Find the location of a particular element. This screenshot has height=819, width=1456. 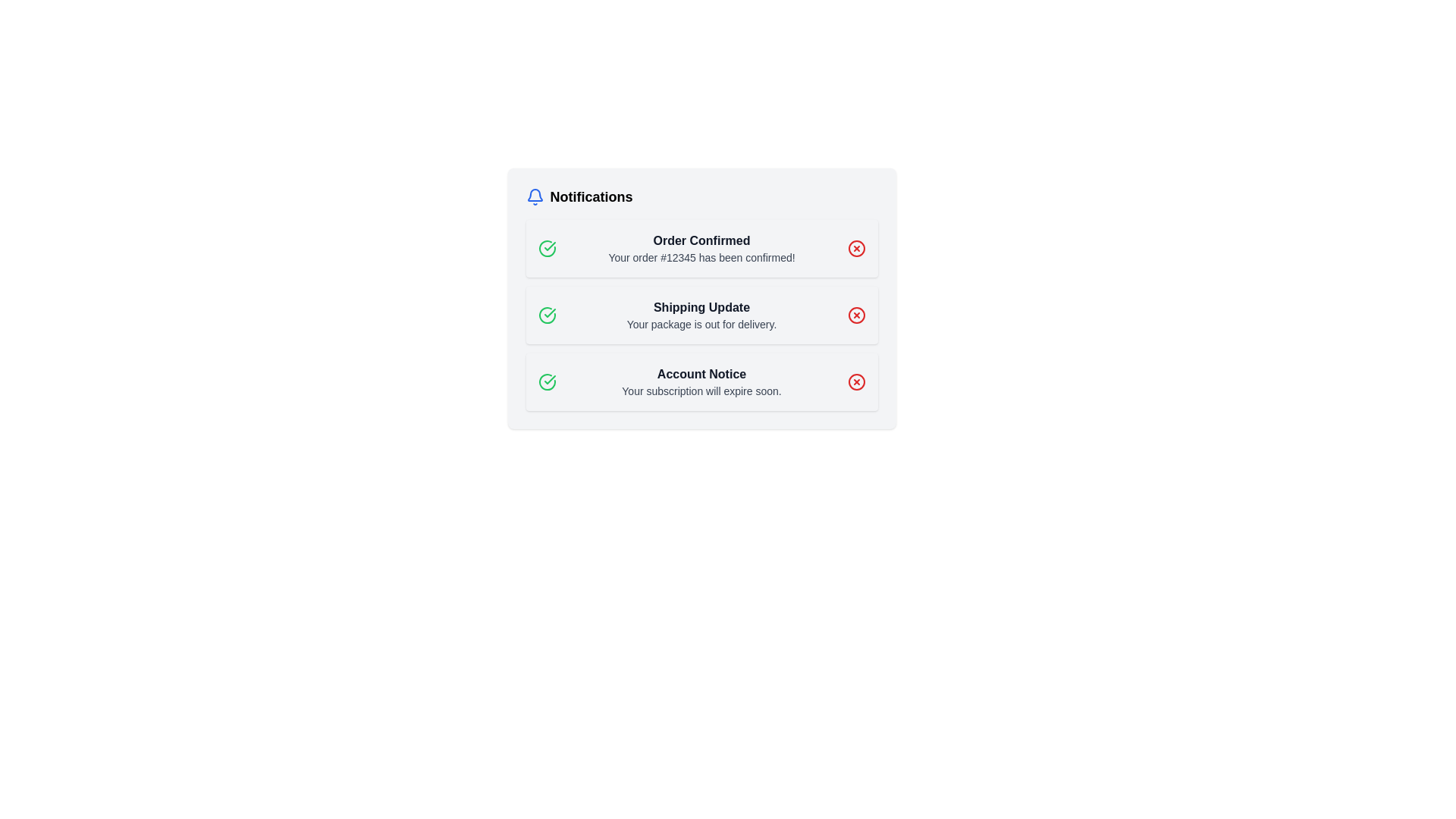

the non-interactive display text element that provides additional information about the shipping update, located in the second card of the notifications panel, below the 'Shipping Update' text is located at coordinates (701, 324).